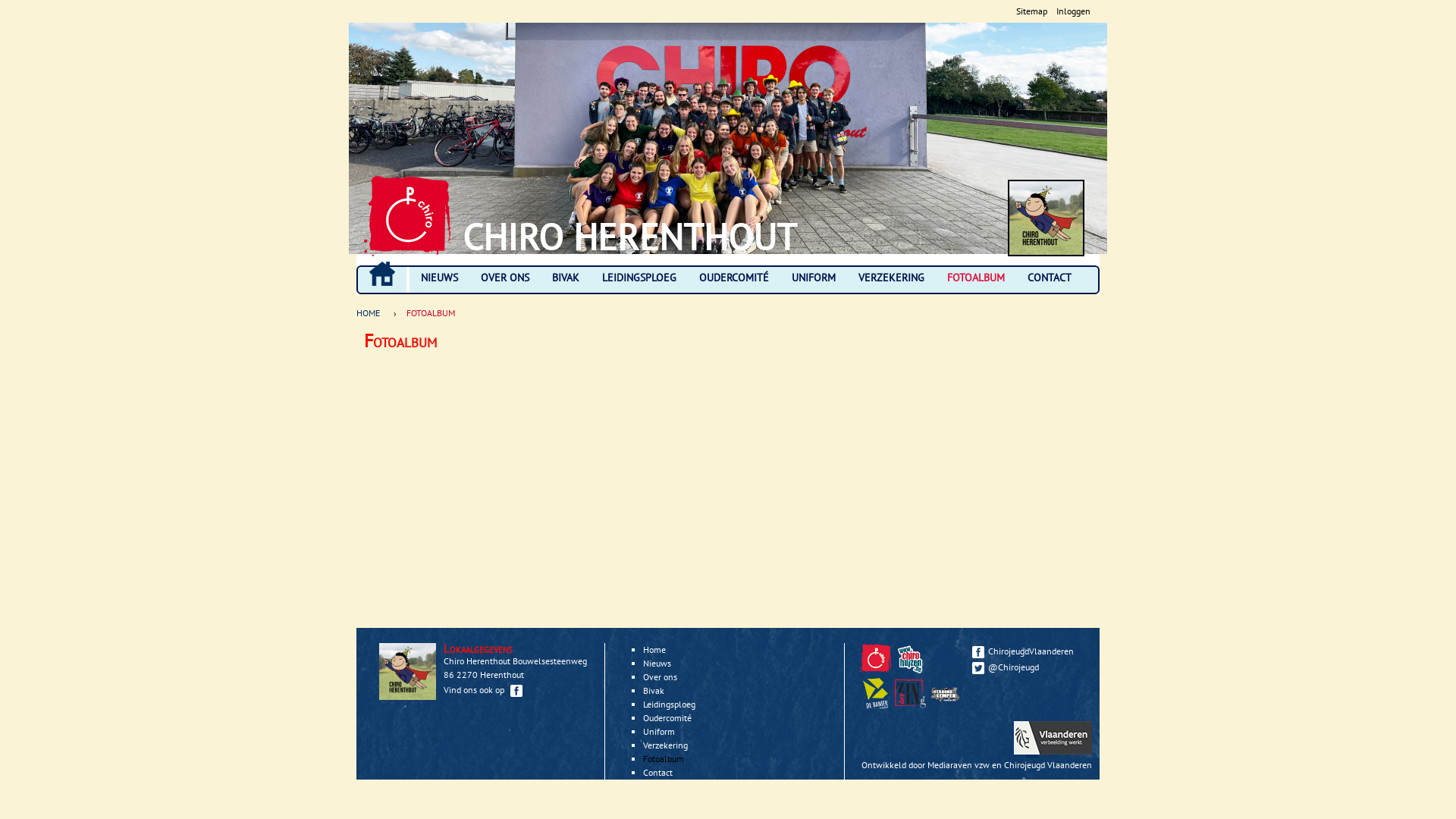 Image resolution: width=1456 pixels, height=819 pixels. I want to click on 'Leidingsploeg', so click(668, 704).